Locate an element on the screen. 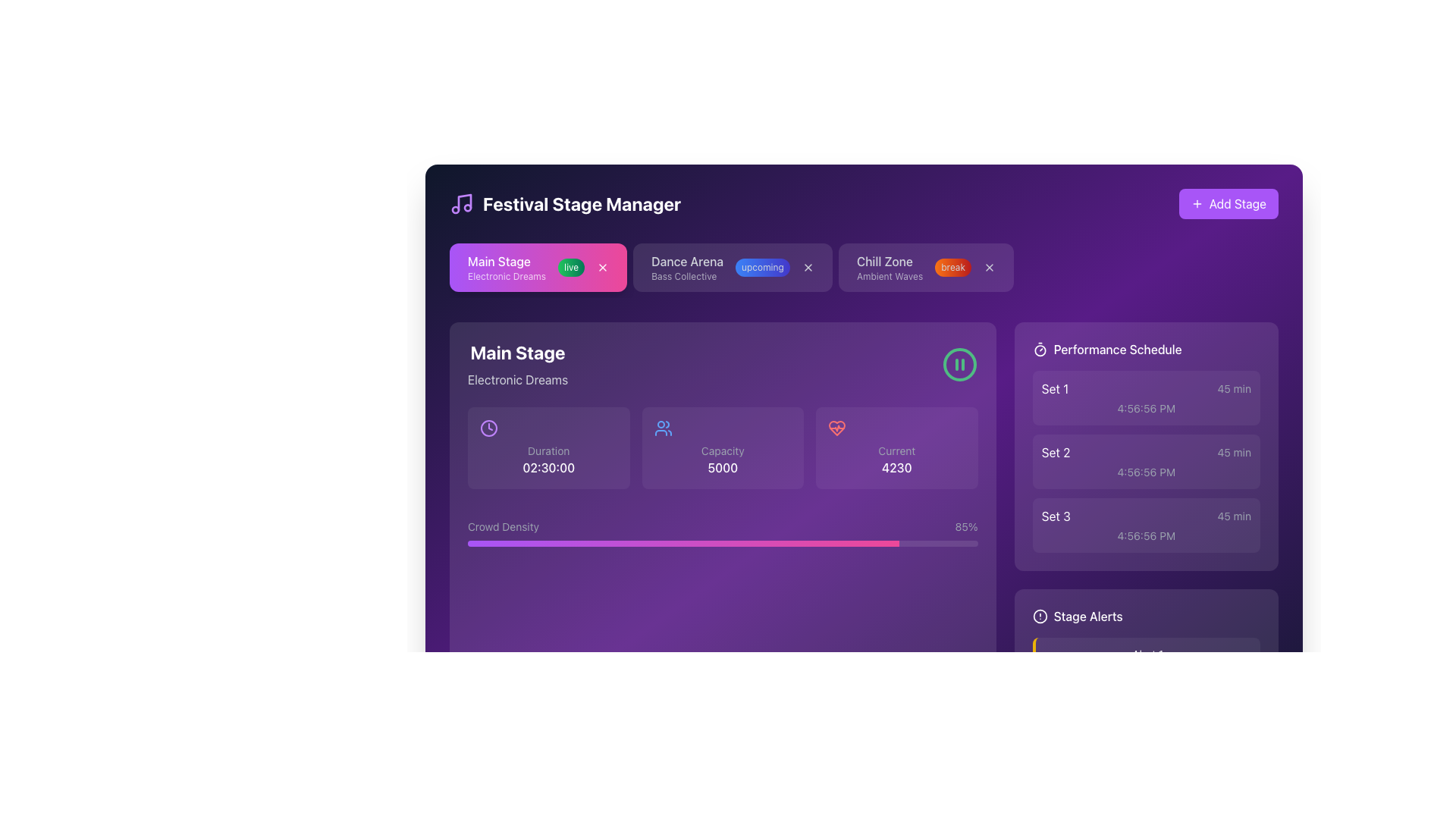 The image size is (1456, 819). the green rounded 'live' badge on the tag labeled 'Main Stage' to interact with it is located at coordinates (538, 267).